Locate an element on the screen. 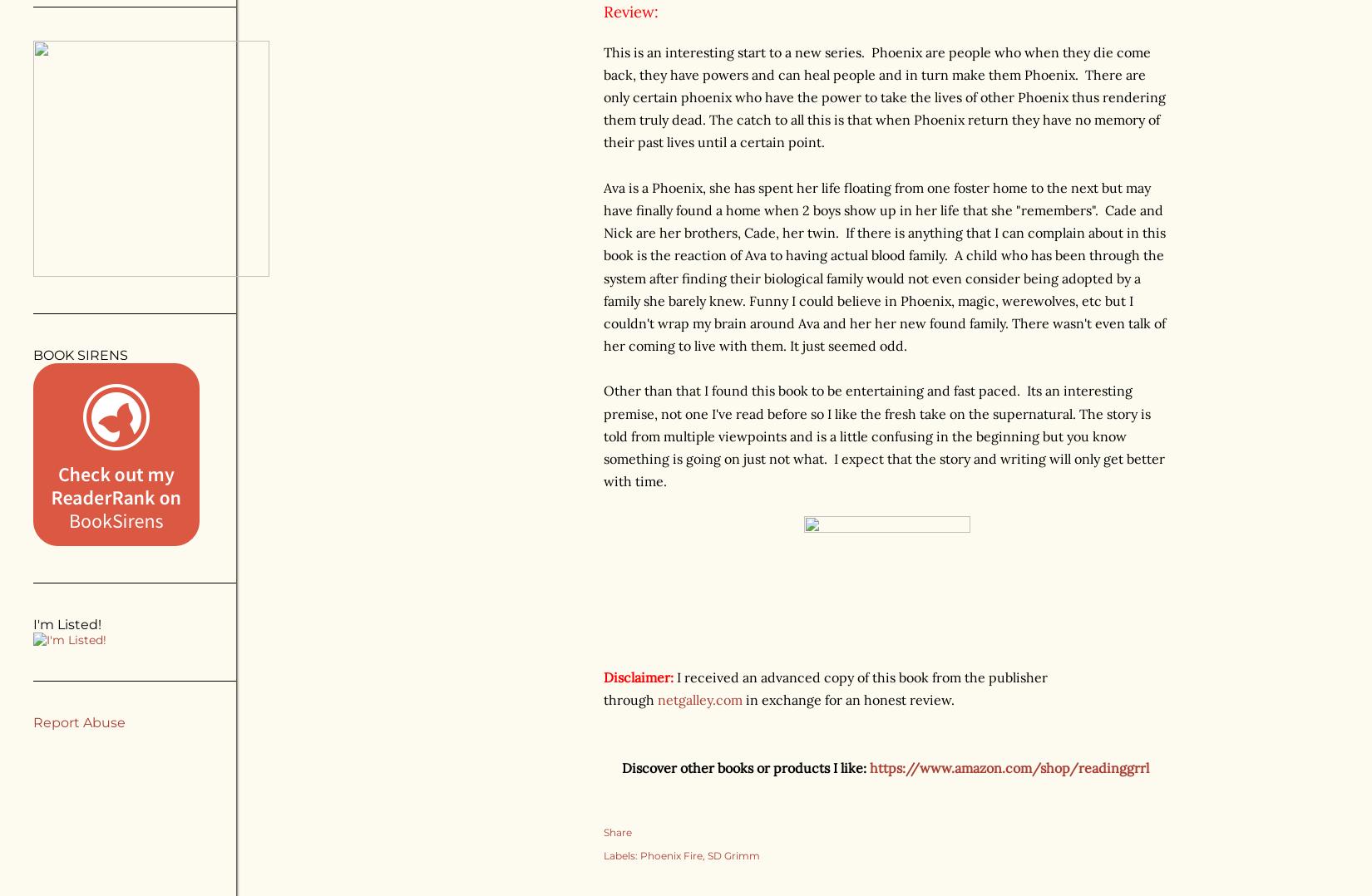  'This is an interesting start to a new series.  Phoenix are people who when they die come back, they have powers and can heal people and in turn make them Phoenix.  There are only certain phoenix who have the power to take the lives of other Phoenix thus rendering them truly dead. The catch to all this is that when Phoenix return they have no memory of their past lives until a certain point.' is located at coordinates (884, 96).